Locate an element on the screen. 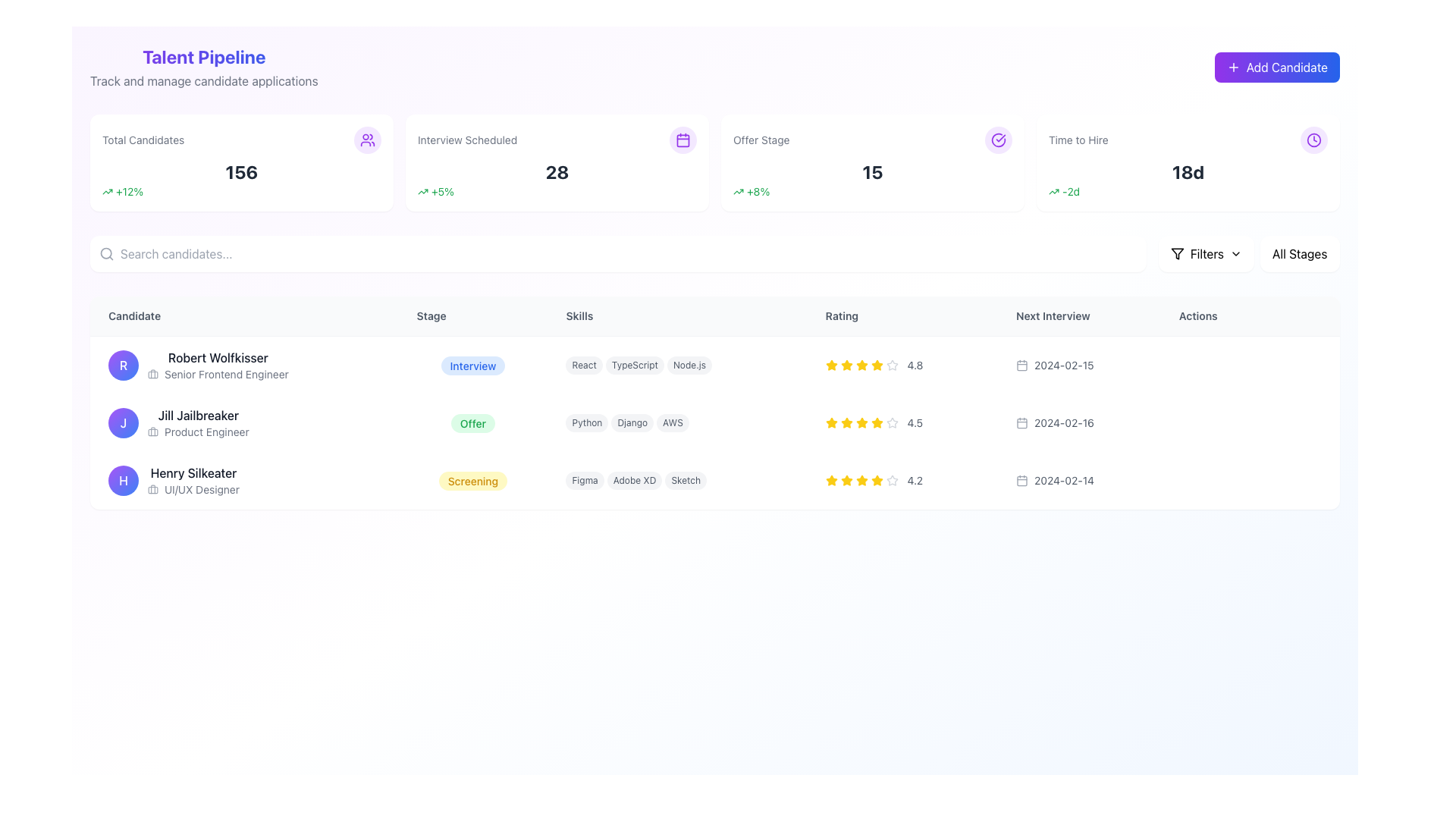 The width and height of the screenshot is (1456, 819). the Header section titled 'Talent Pipeline', which features a bold header in a vibrant gradient from purple to blue and a subtitle in lighter gray beneath it, located in the upper-left corner of the dashboard is located at coordinates (203, 66).